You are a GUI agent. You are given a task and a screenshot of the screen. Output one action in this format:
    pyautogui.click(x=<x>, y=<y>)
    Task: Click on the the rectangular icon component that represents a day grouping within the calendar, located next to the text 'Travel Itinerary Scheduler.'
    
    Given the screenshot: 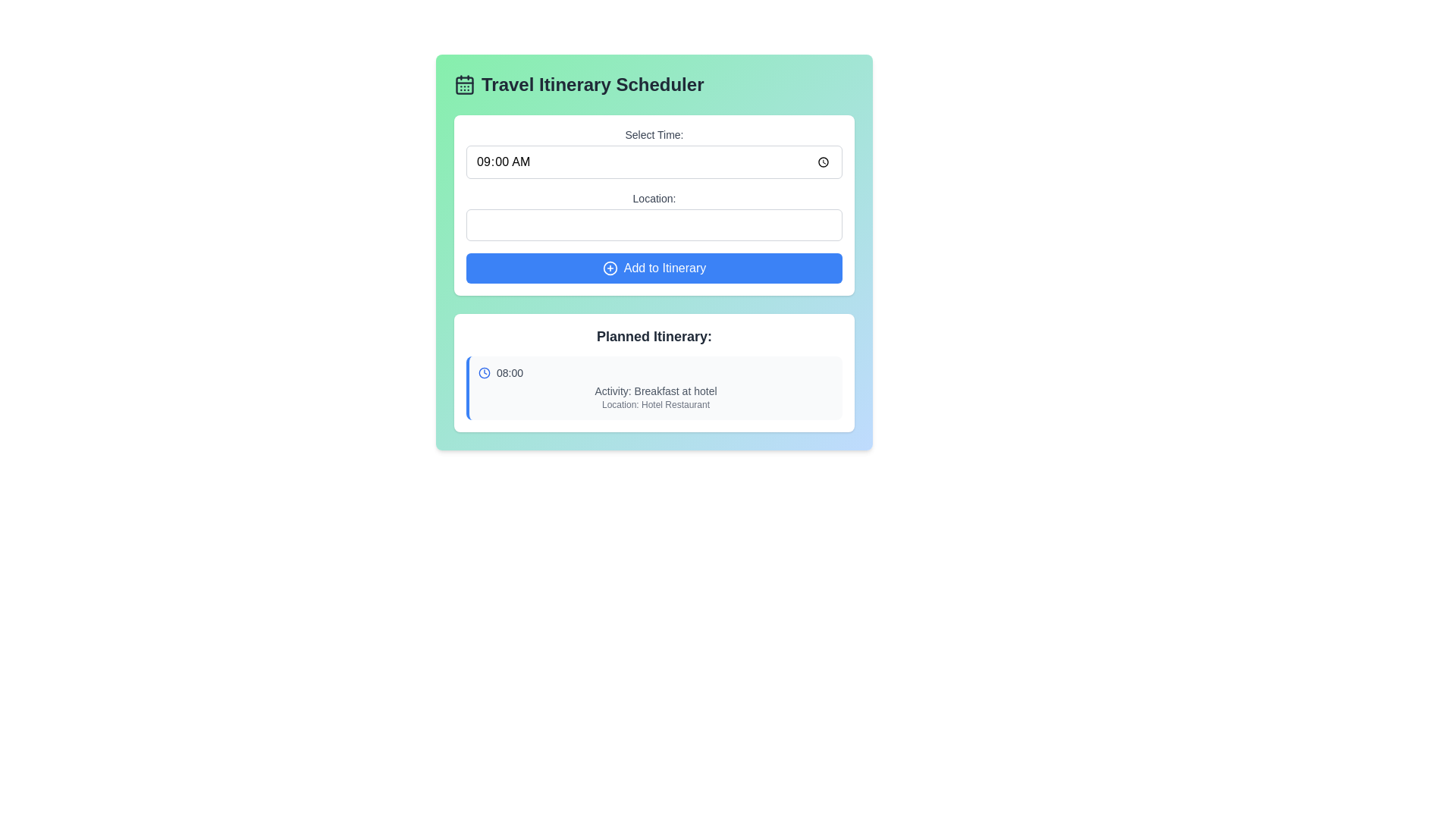 What is the action you would take?
    pyautogui.click(x=464, y=85)
    